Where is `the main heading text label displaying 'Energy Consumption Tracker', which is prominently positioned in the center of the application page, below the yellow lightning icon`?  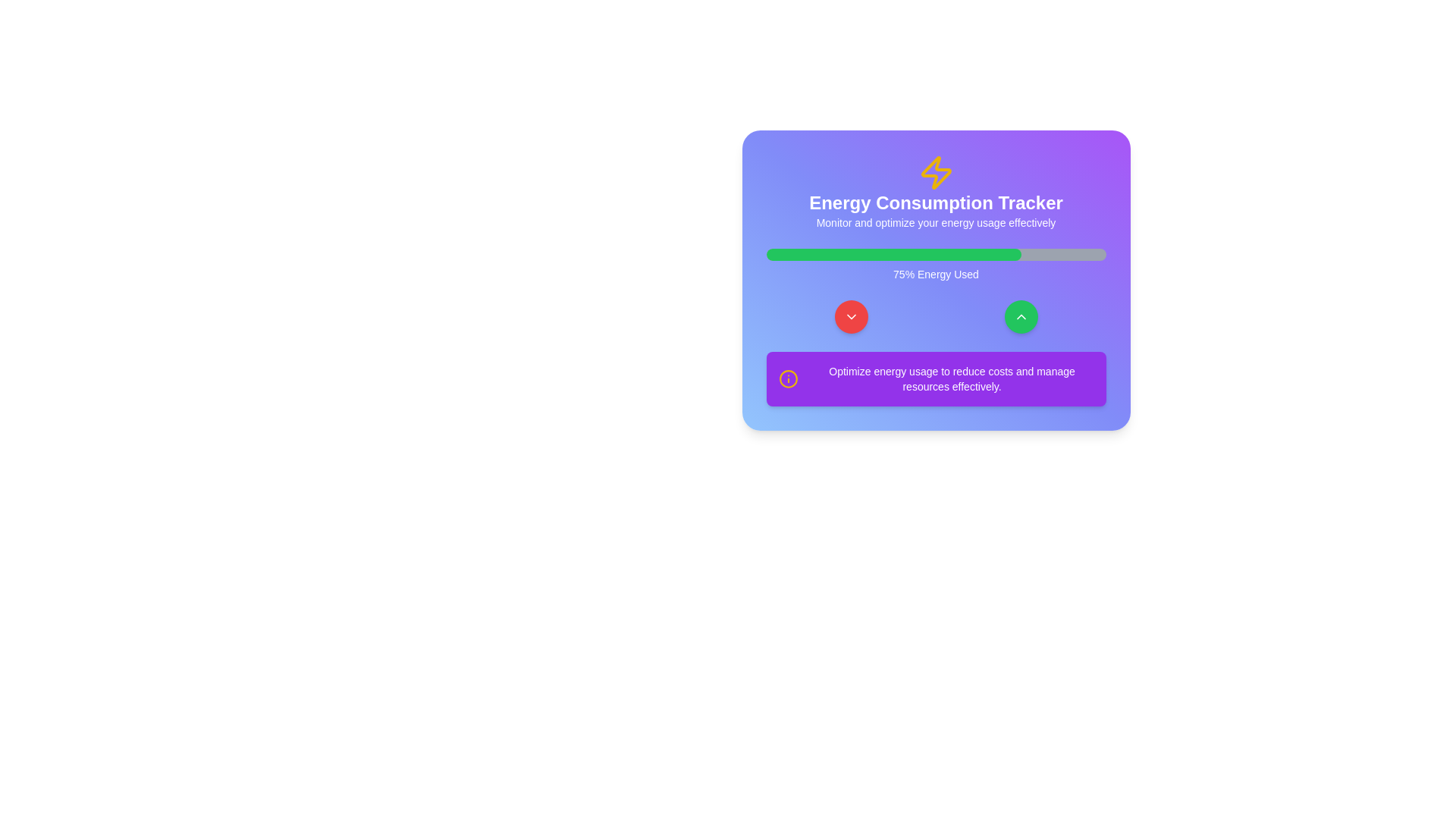
the main heading text label displaying 'Energy Consumption Tracker', which is prominently positioned in the center of the application page, below the yellow lightning icon is located at coordinates (935, 202).